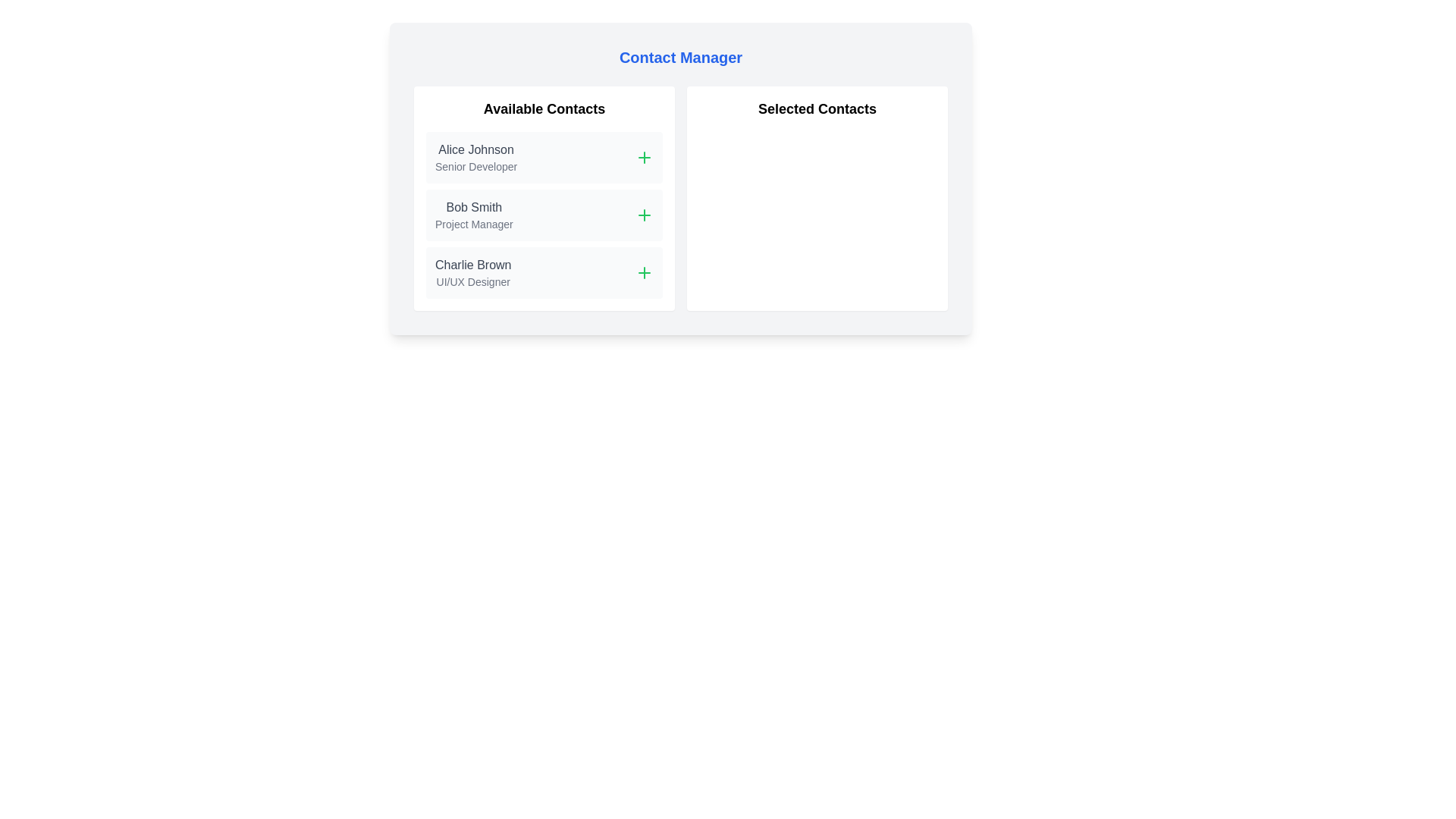 The height and width of the screenshot is (819, 1456). Describe the element at coordinates (472, 271) in the screenshot. I see `the text display element that shows the name and role of a contact, which is the third item in the 'Available Contacts' section below 'Bob Smith'` at that location.